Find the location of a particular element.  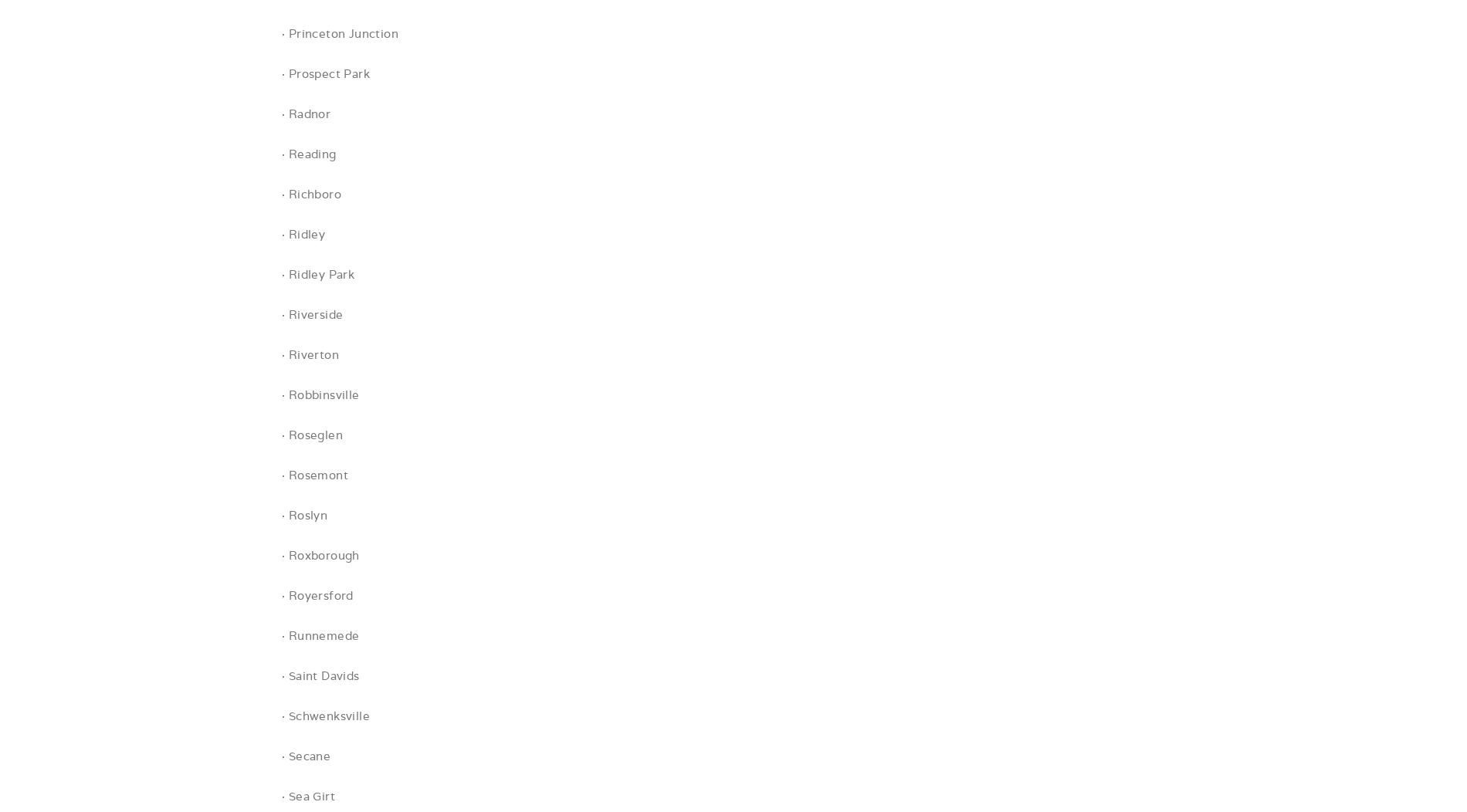

'· Roseglen' is located at coordinates (311, 435).